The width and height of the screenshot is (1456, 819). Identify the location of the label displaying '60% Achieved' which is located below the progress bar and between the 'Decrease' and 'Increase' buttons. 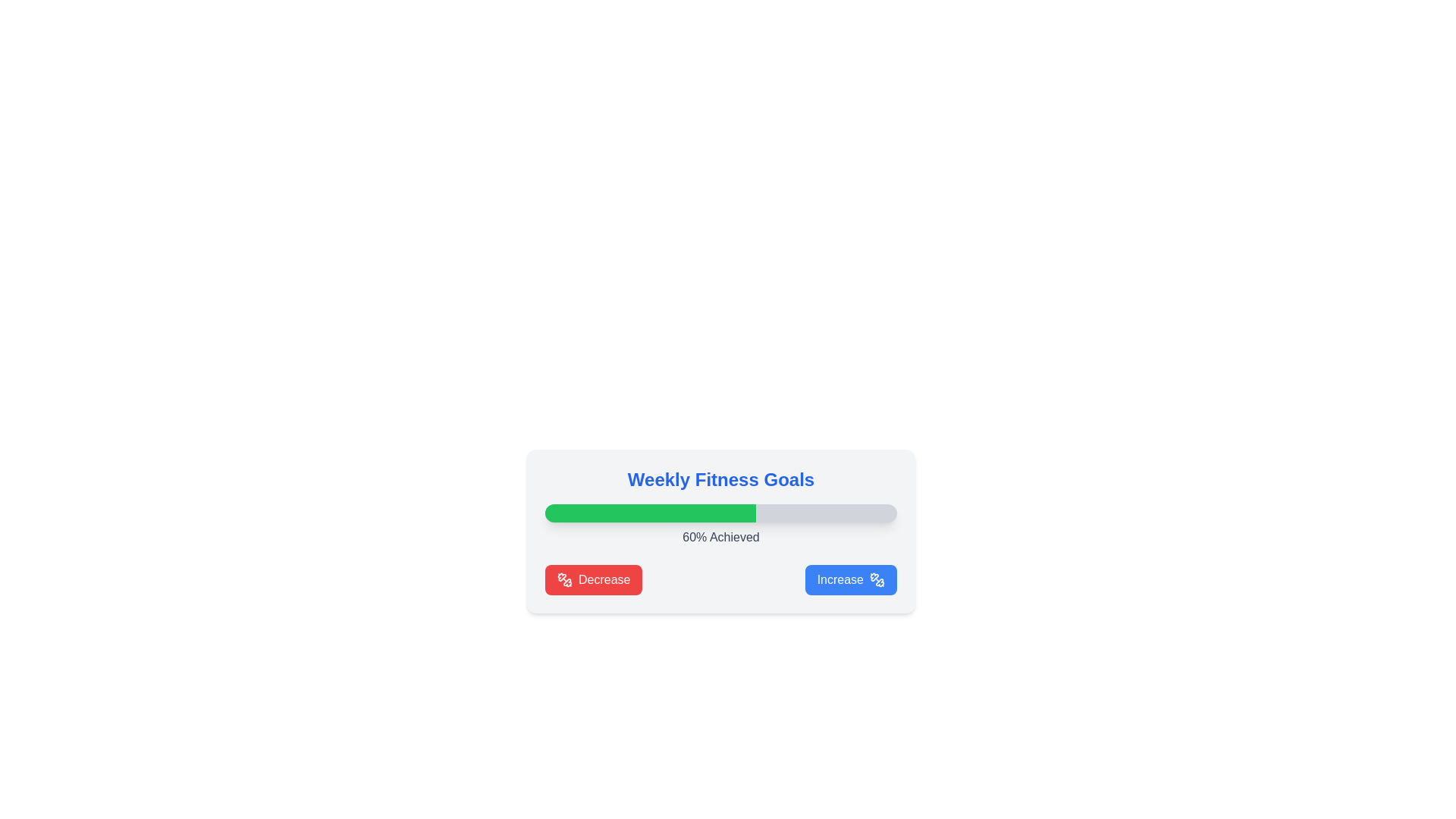
(720, 537).